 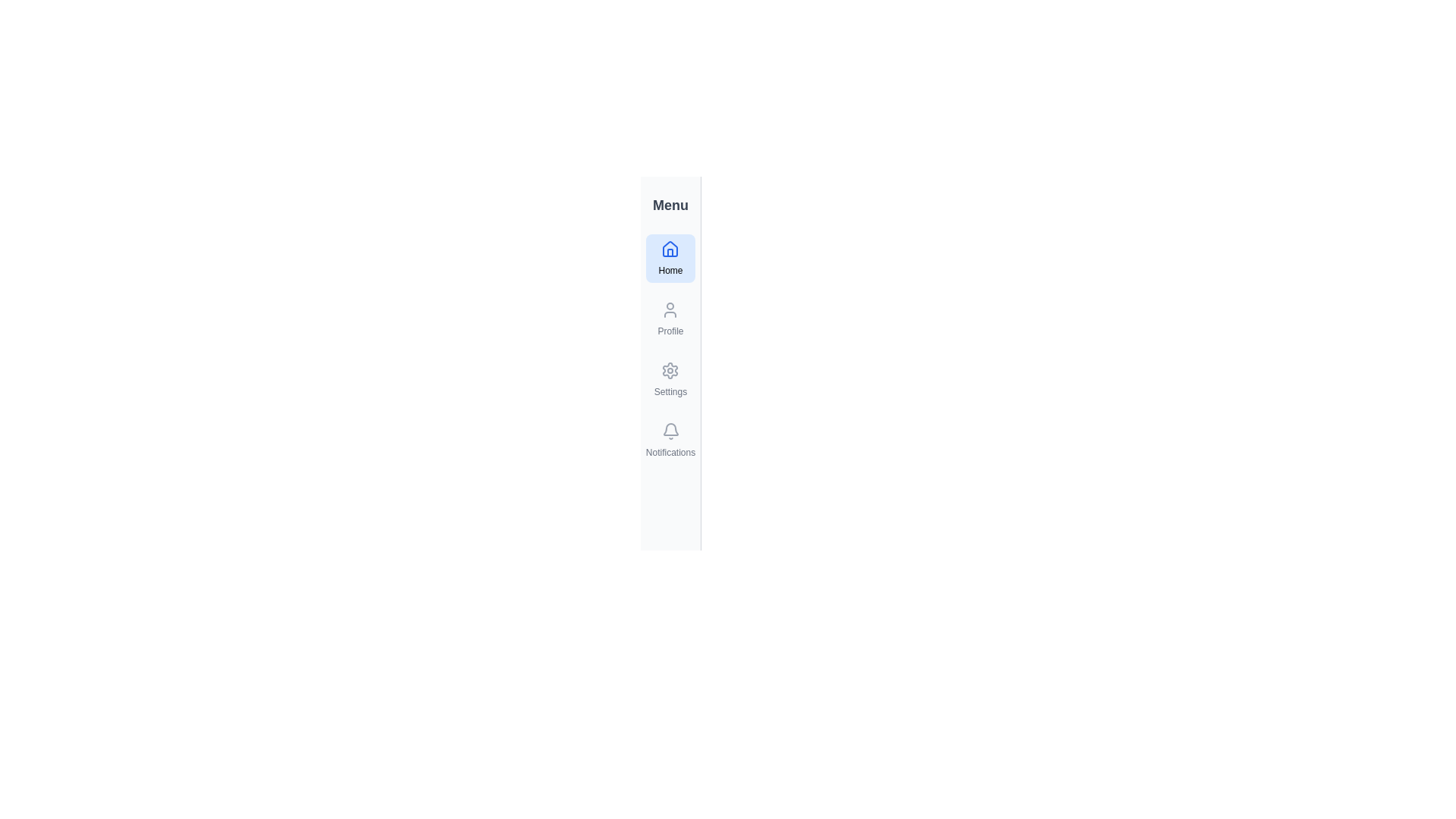 I want to click on the 'Notifications' button using tab navigation, so click(x=670, y=441).